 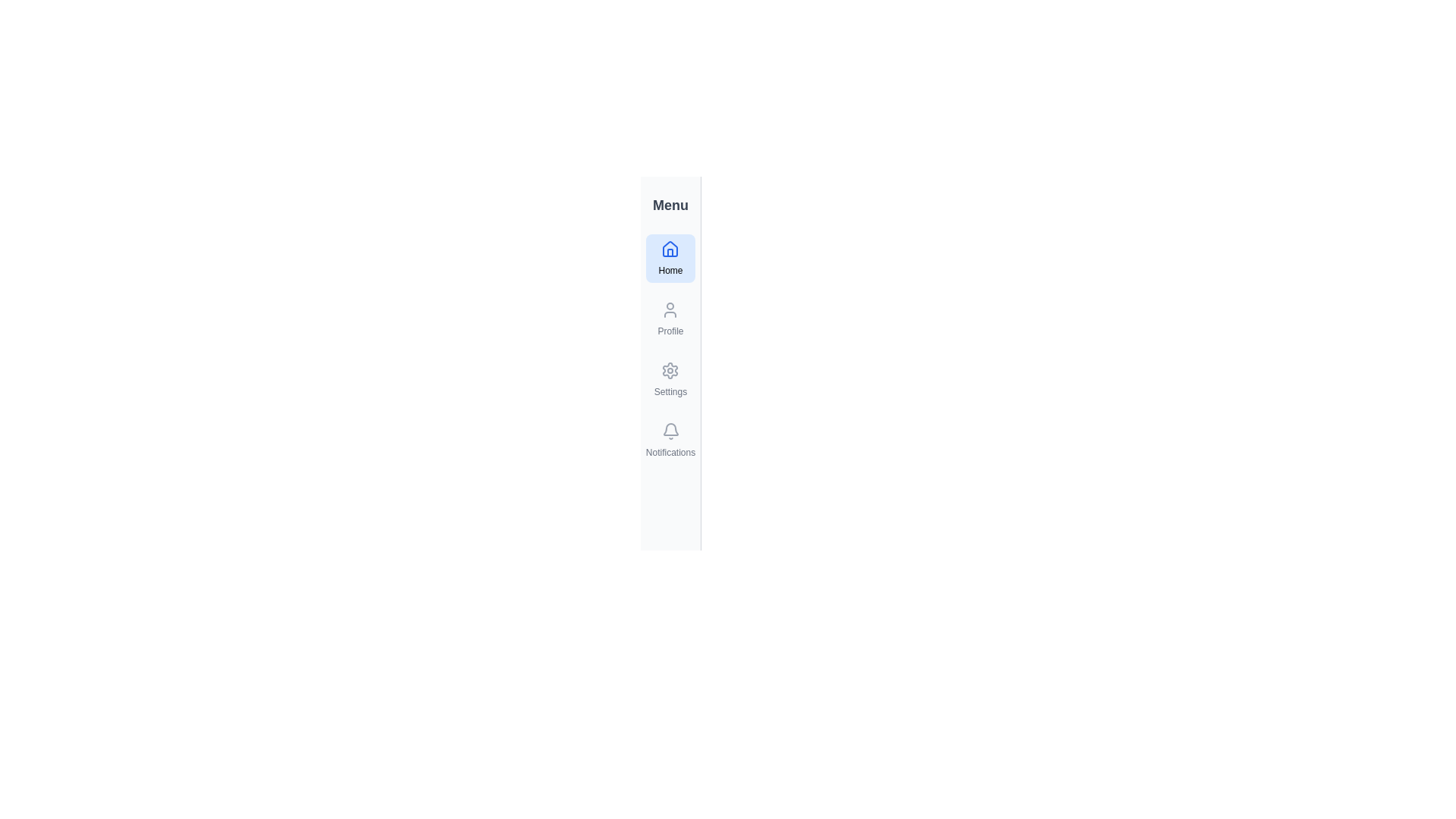 I want to click on the 'Notifications' button using tab navigation, so click(x=670, y=441).